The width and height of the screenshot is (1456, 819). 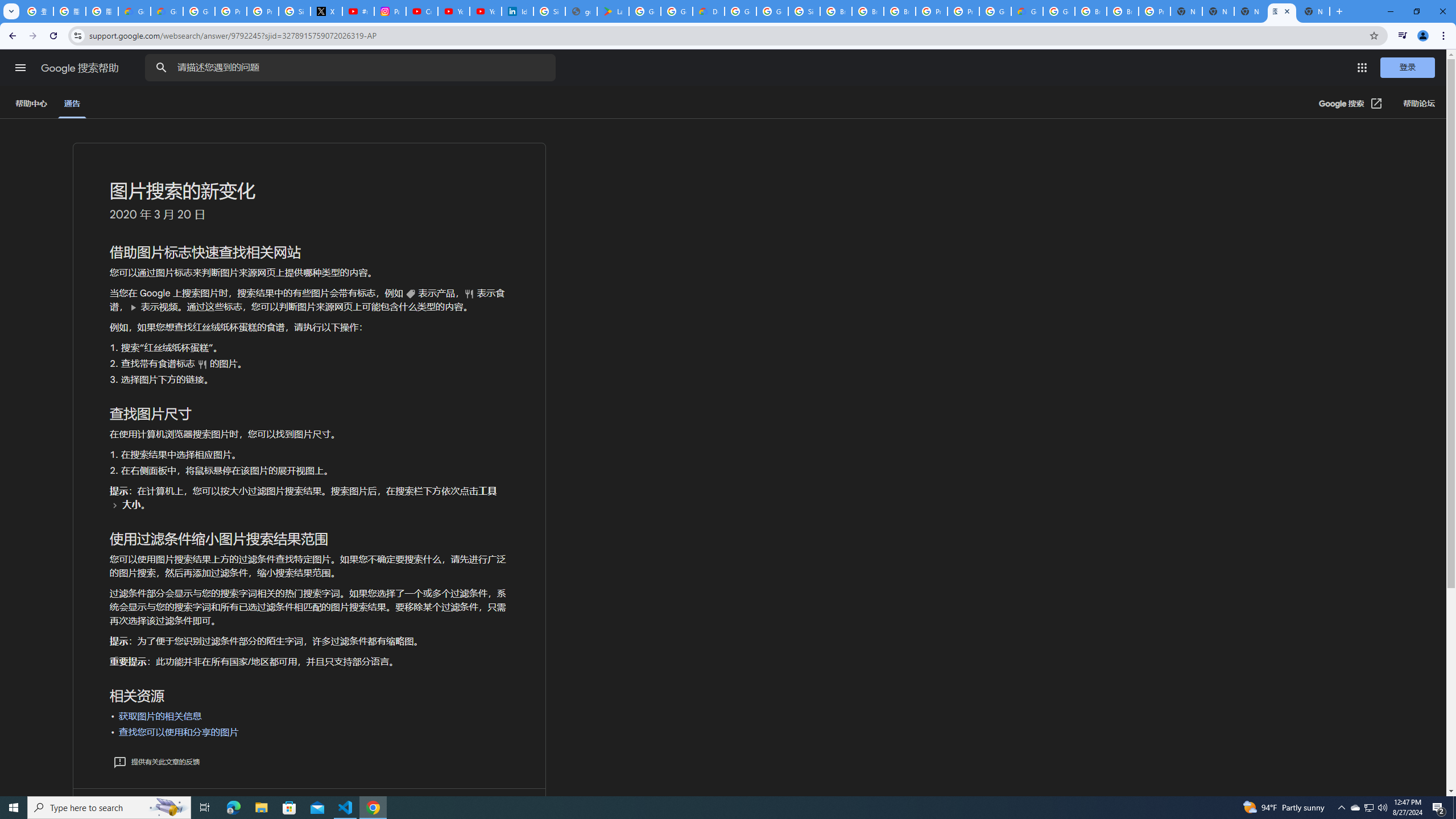 What do you see at coordinates (614, 11) in the screenshot?
I see `'Last Shelter: Survival - Apps on Google Play'` at bounding box center [614, 11].